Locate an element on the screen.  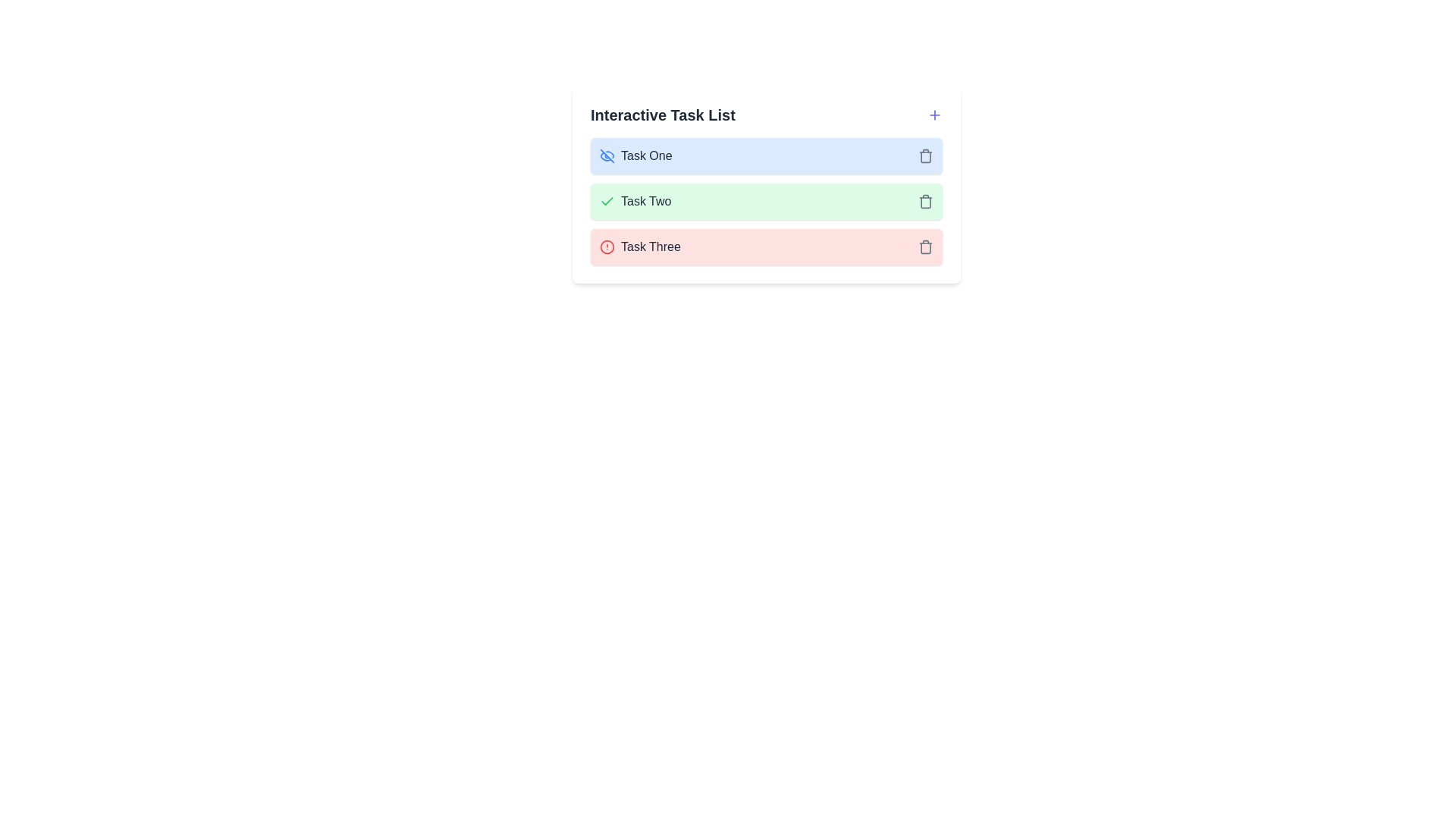
text label for the task located in the second row of the task list, which follows 'Task One' and is contained within a green-highlighted box is located at coordinates (646, 201).